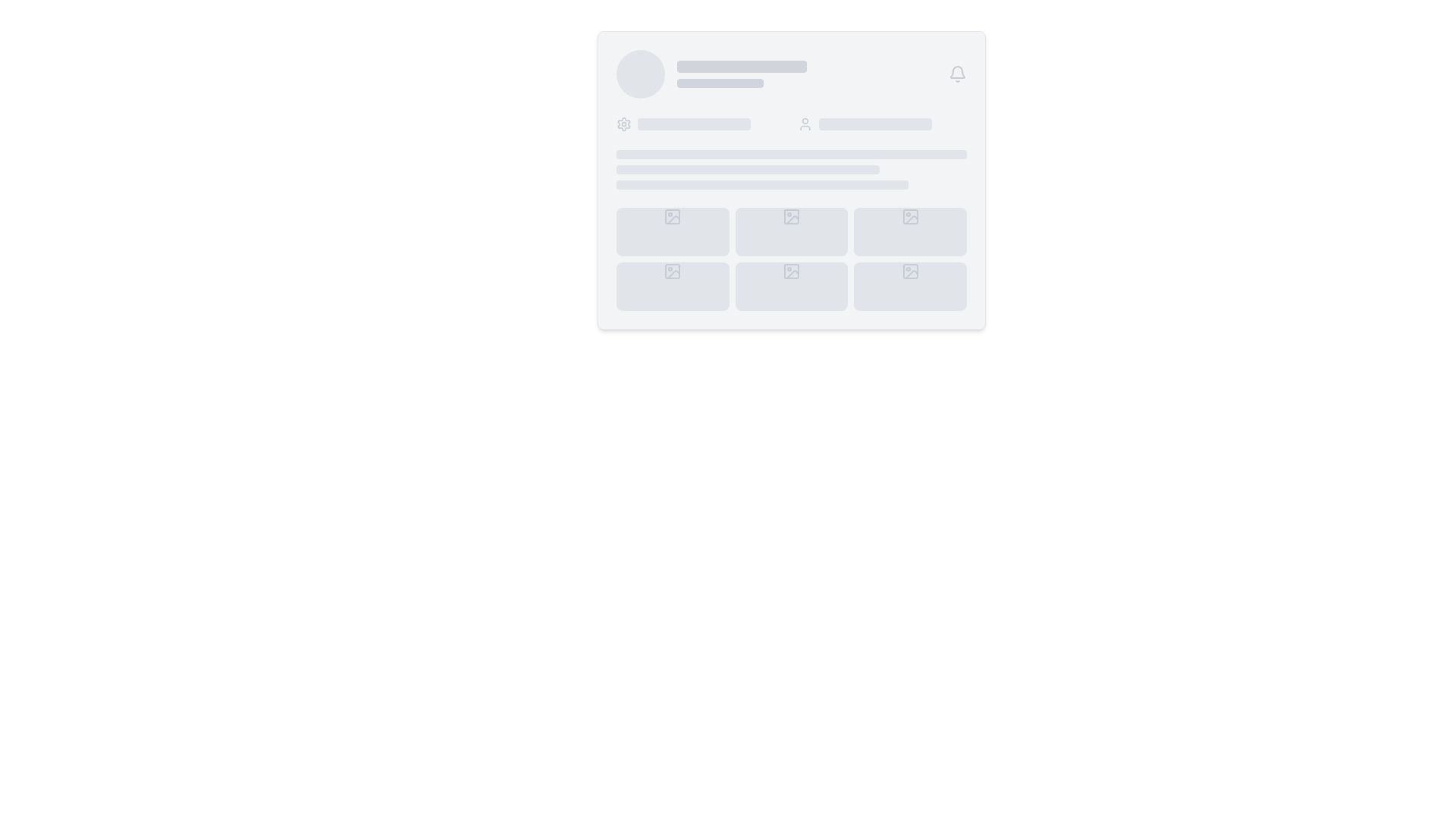 This screenshot has height=819, width=1456. Describe the element at coordinates (790, 271) in the screenshot. I see `the SVG Rounded Rectangle located in the fifth column of the second row within the grid structure` at that location.